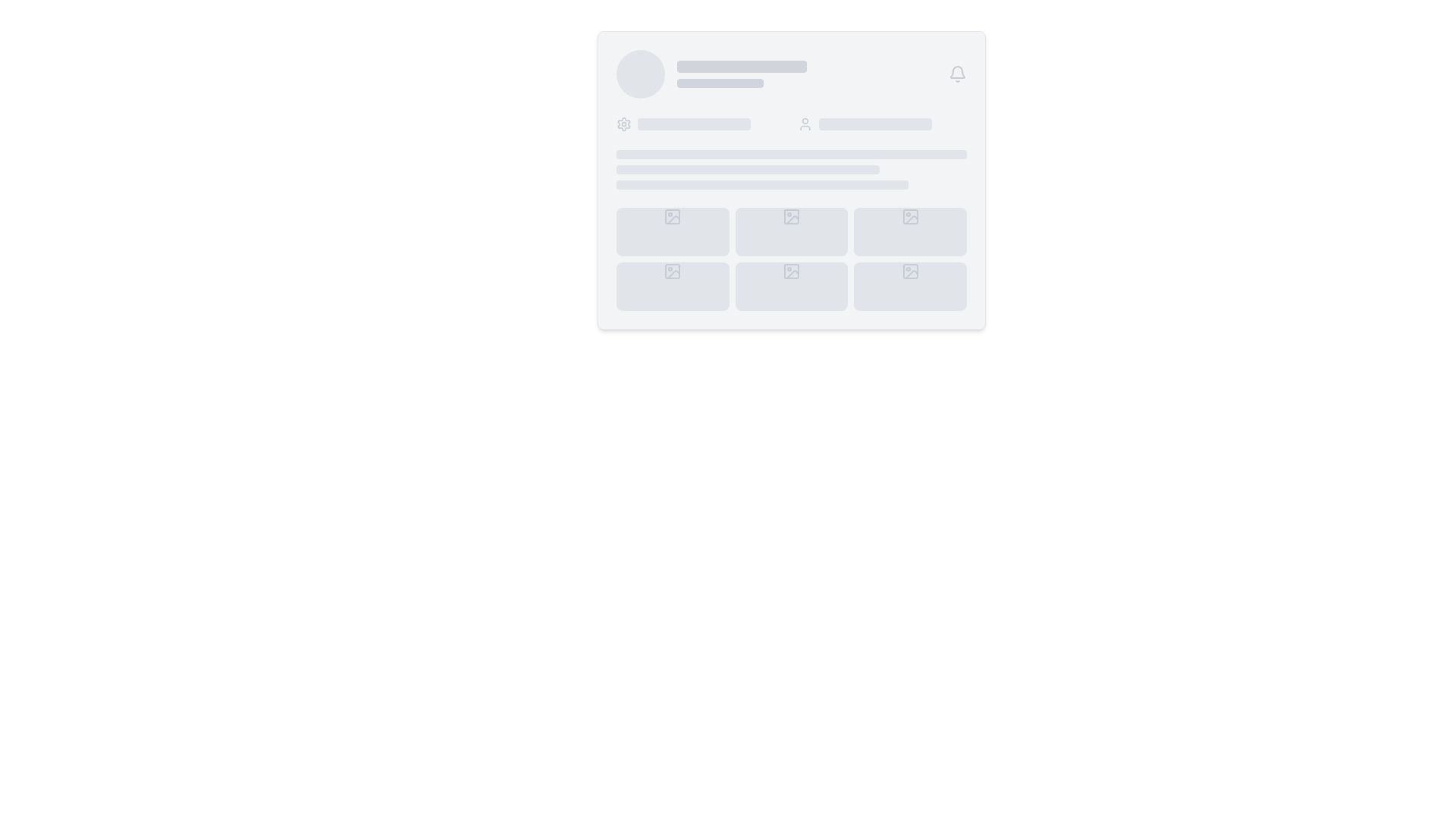 This screenshot has height=819, width=1456. Describe the element at coordinates (790, 271) in the screenshot. I see `the SVG Rounded Rectangle located in the fifth column of the second row within the grid structure` at that location.